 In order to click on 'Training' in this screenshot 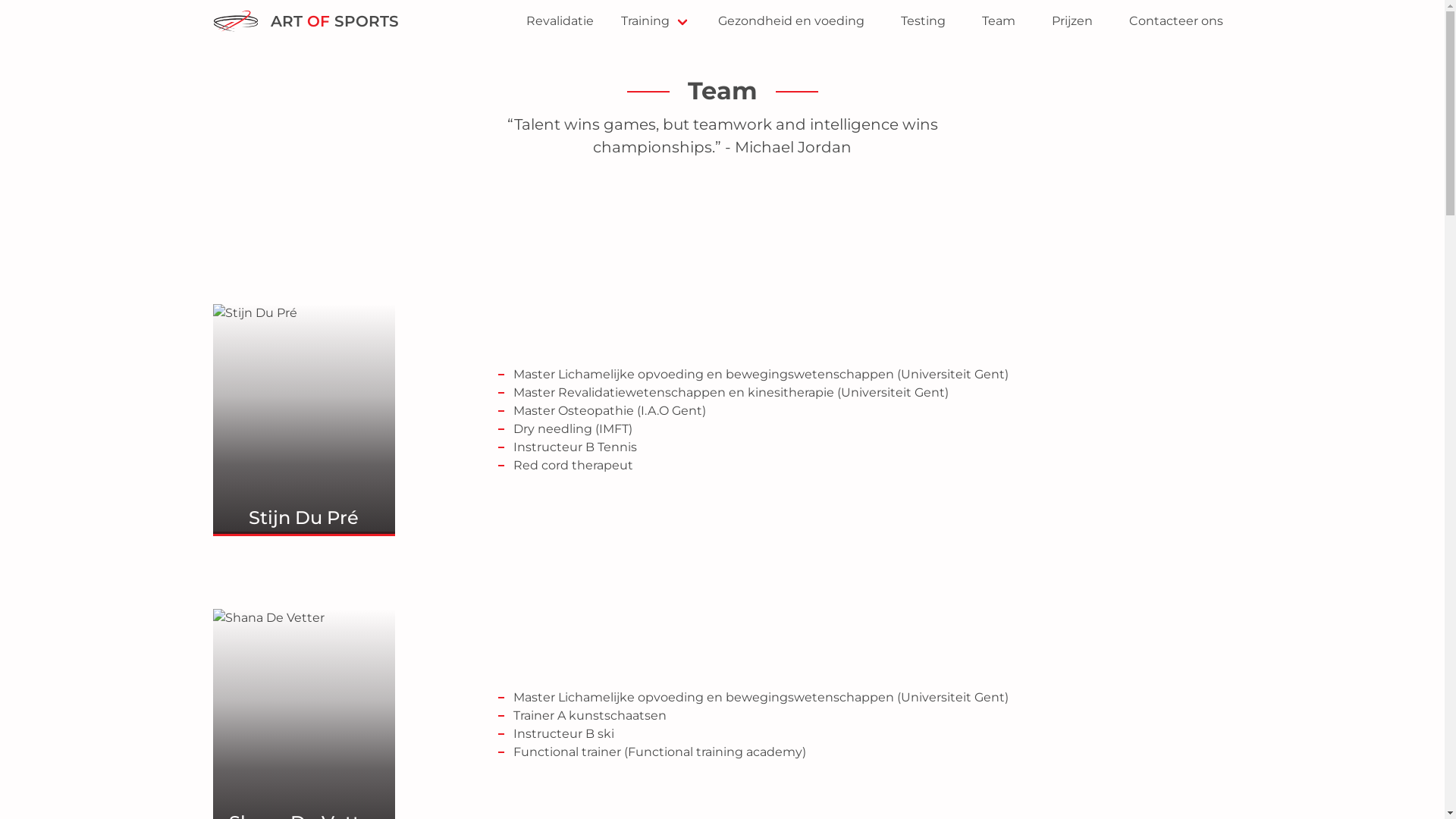, I will do `click(655, 20)`.